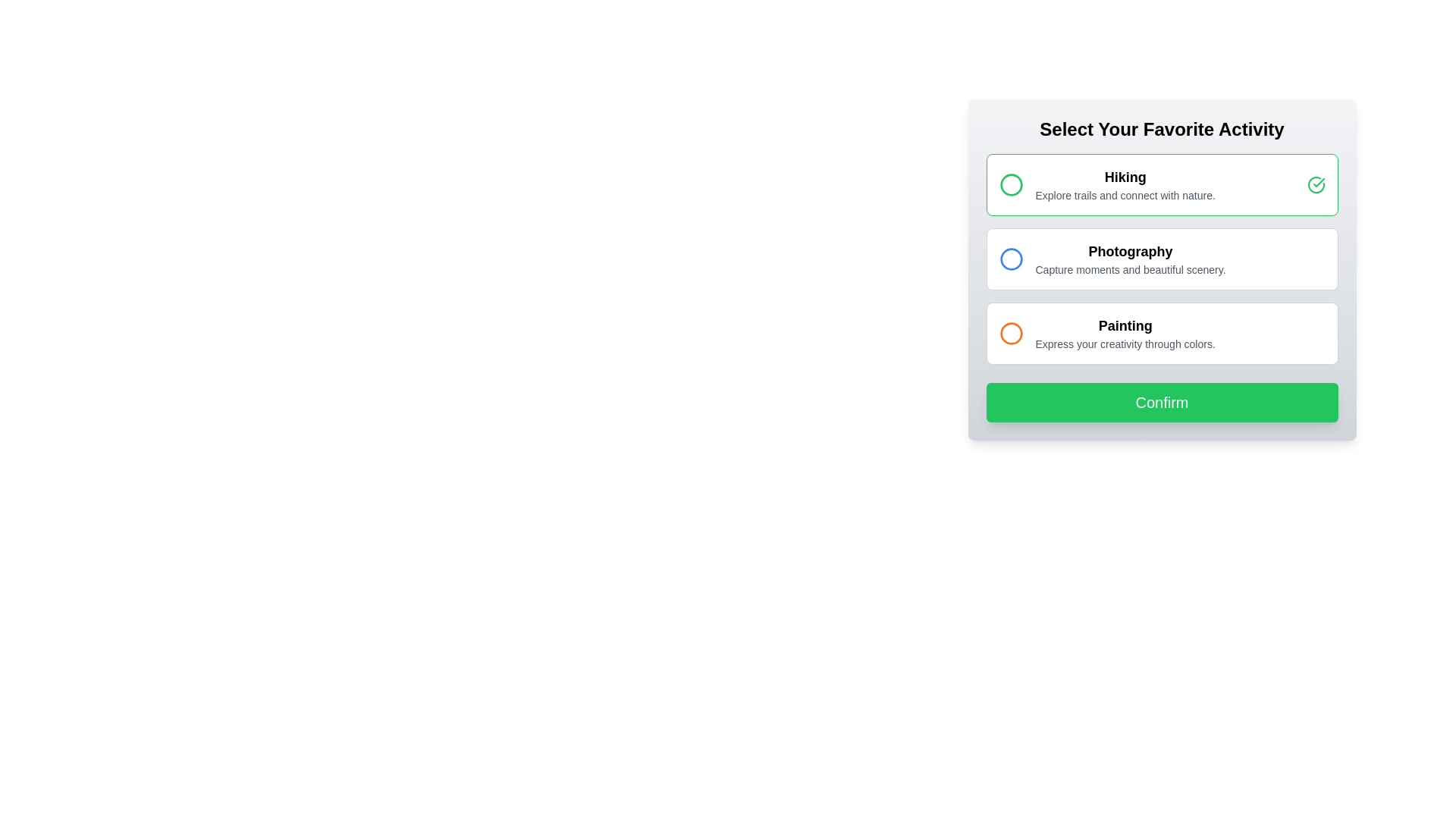 This screenshot has width=1456, height=819. Describe the element at coordinates (1011, 259) in the screenshot. I see `the radio button icon for the 'Photography' option` at that location.